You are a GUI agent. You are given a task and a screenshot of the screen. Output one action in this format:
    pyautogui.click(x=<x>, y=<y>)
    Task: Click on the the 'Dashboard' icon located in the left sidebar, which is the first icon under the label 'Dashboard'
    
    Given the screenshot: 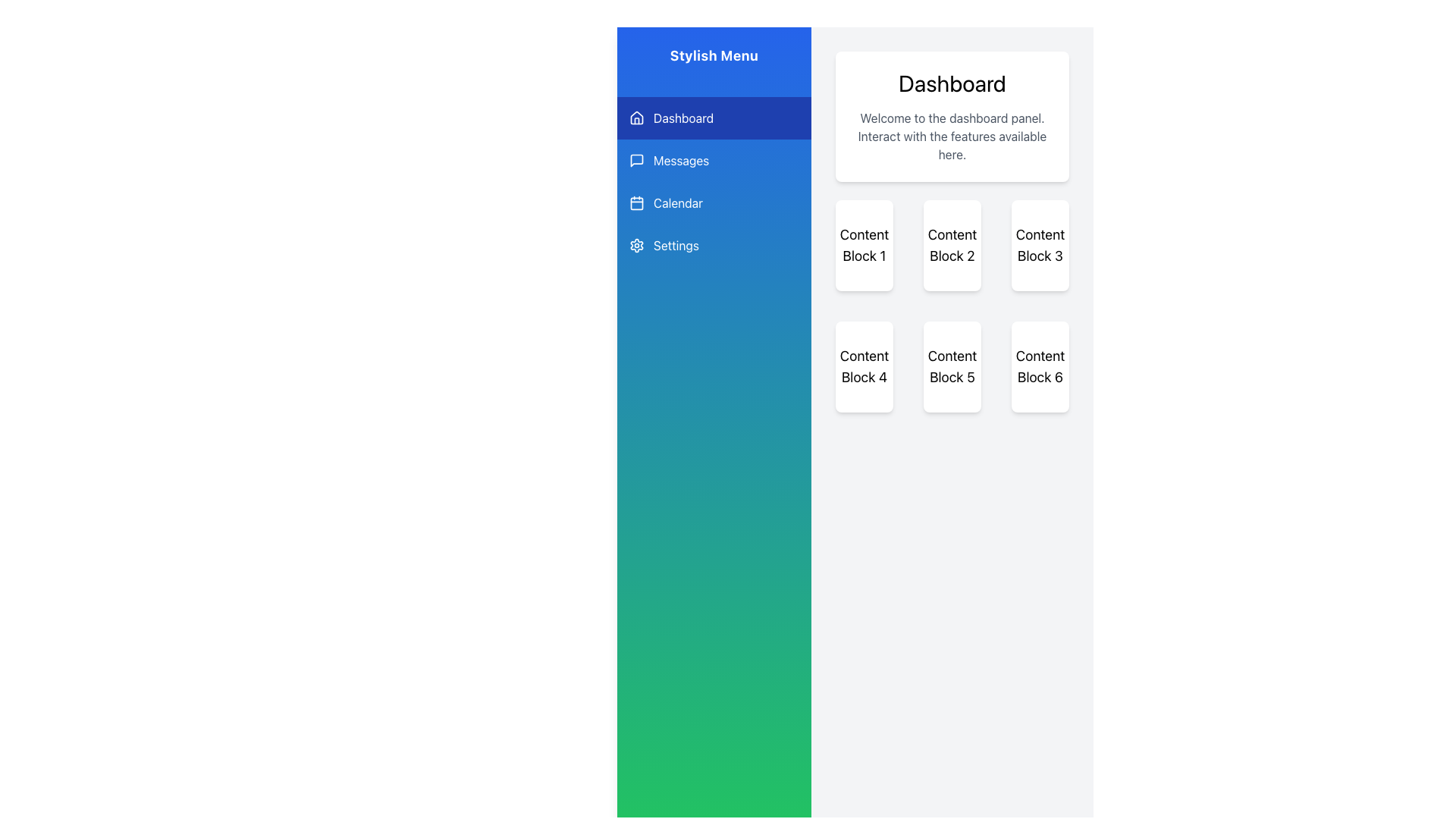 What is the action you would take?
    pyautogui.click(x=637, y=117)
    